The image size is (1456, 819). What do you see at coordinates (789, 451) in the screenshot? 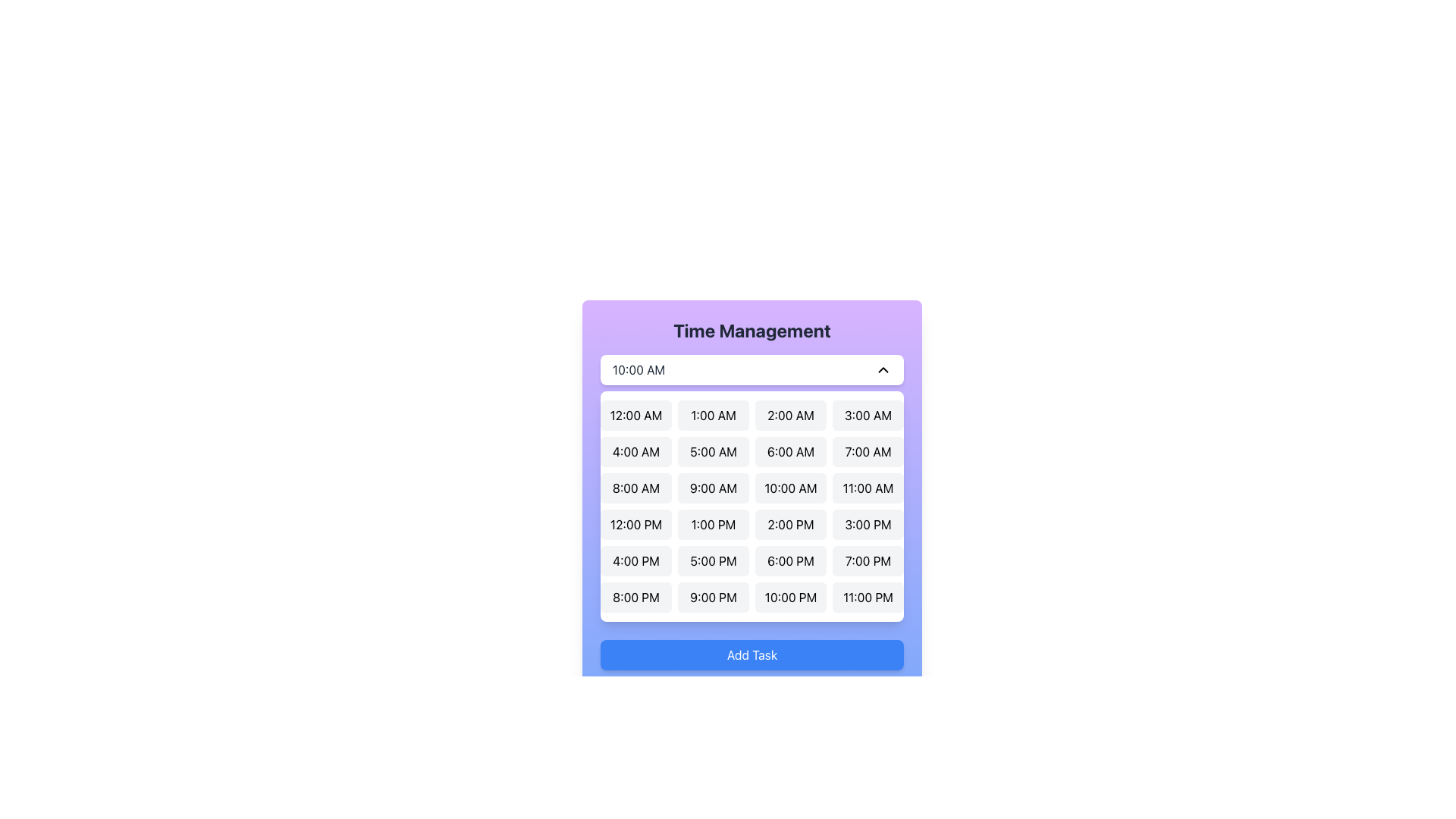
I see `the button displaying '6:00 AM' to change its background color to light blue` at bounding box center [789, 451].